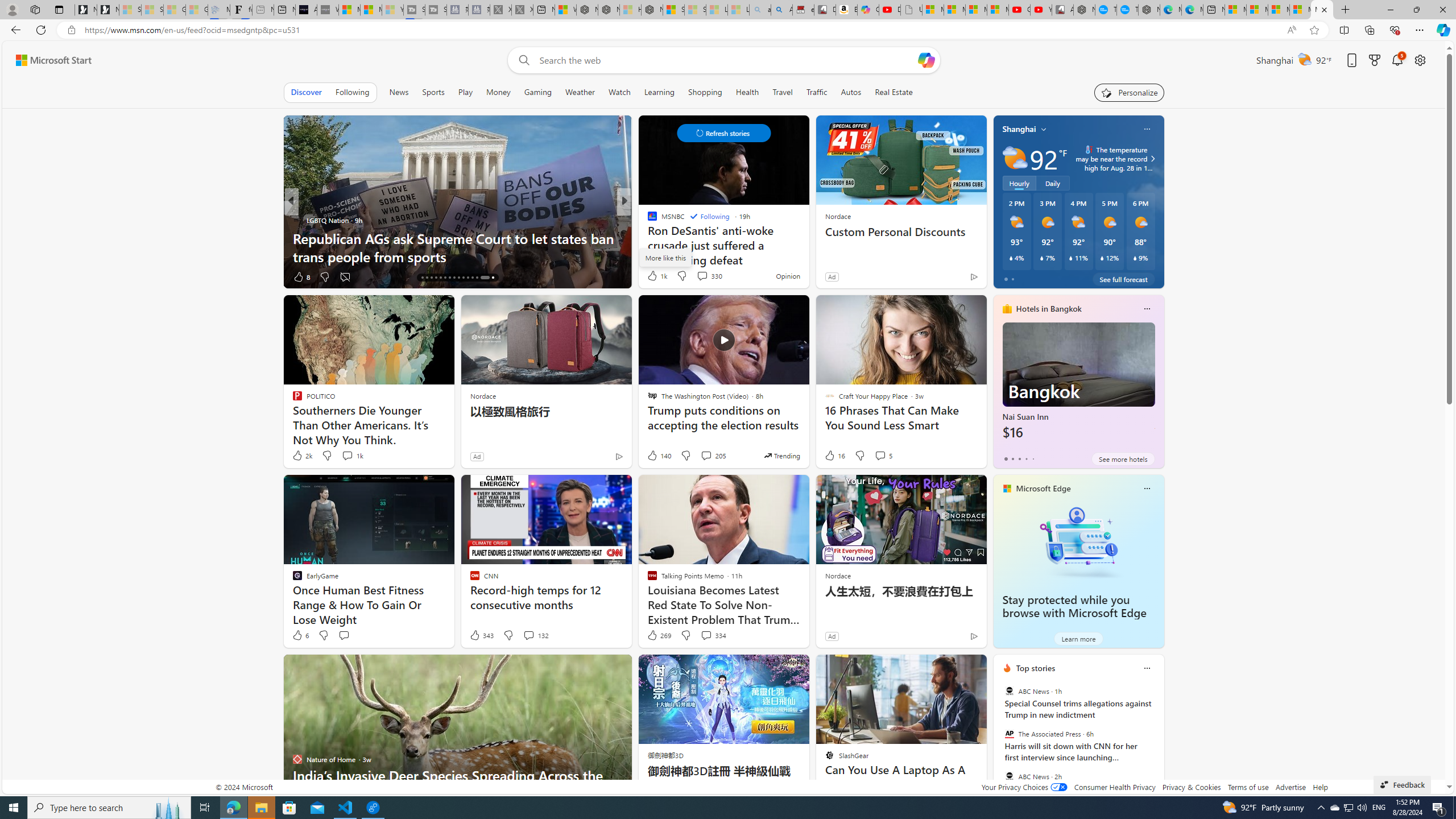  What do you see at coordinates (431, 277) in the screenshot?
I see `'AutomationID: tab-18'` at bounding box center [431, 277].